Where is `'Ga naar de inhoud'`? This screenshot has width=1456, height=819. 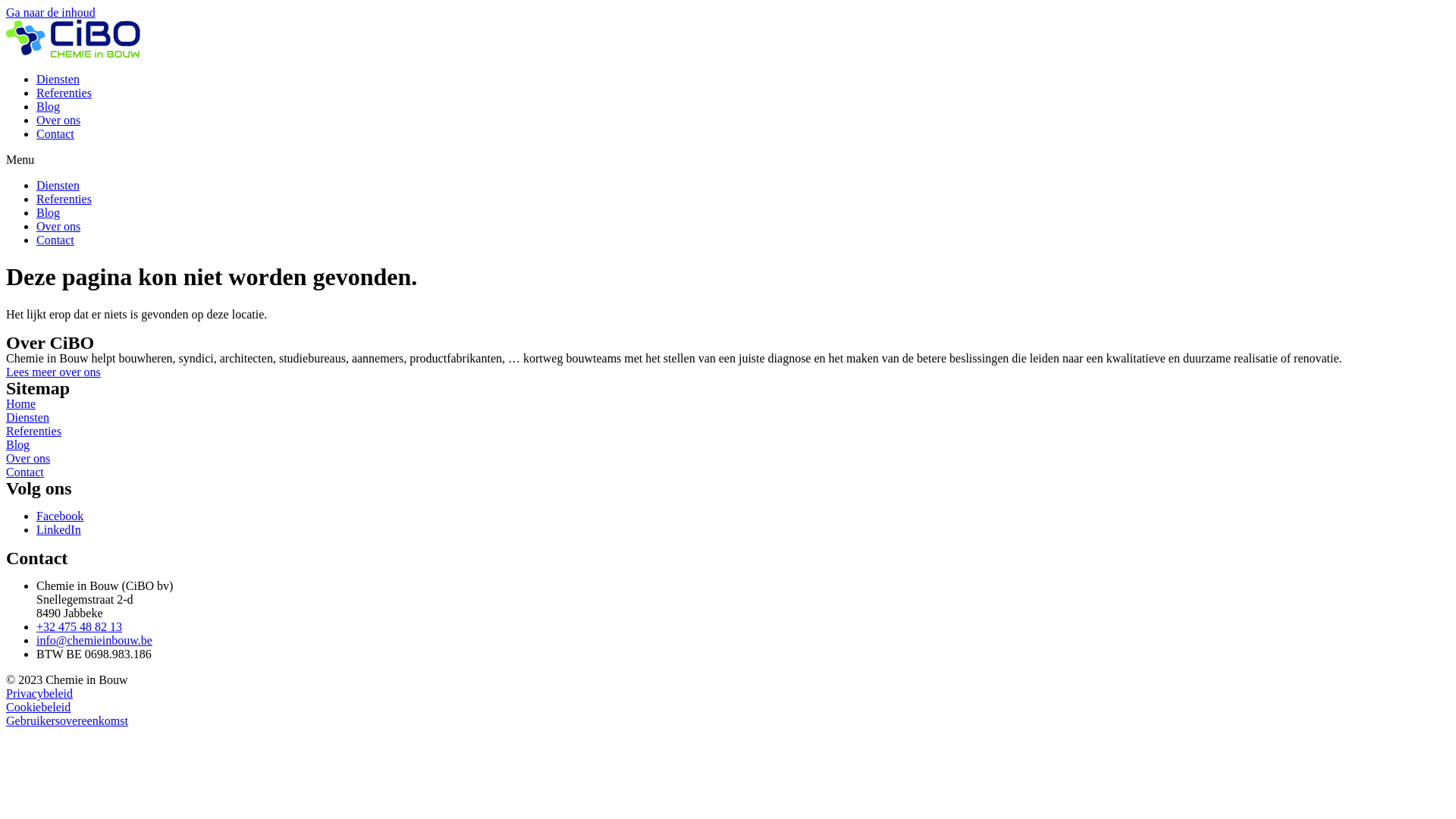 'Ga naar de inhoud' is located at coordinates (51, 12).